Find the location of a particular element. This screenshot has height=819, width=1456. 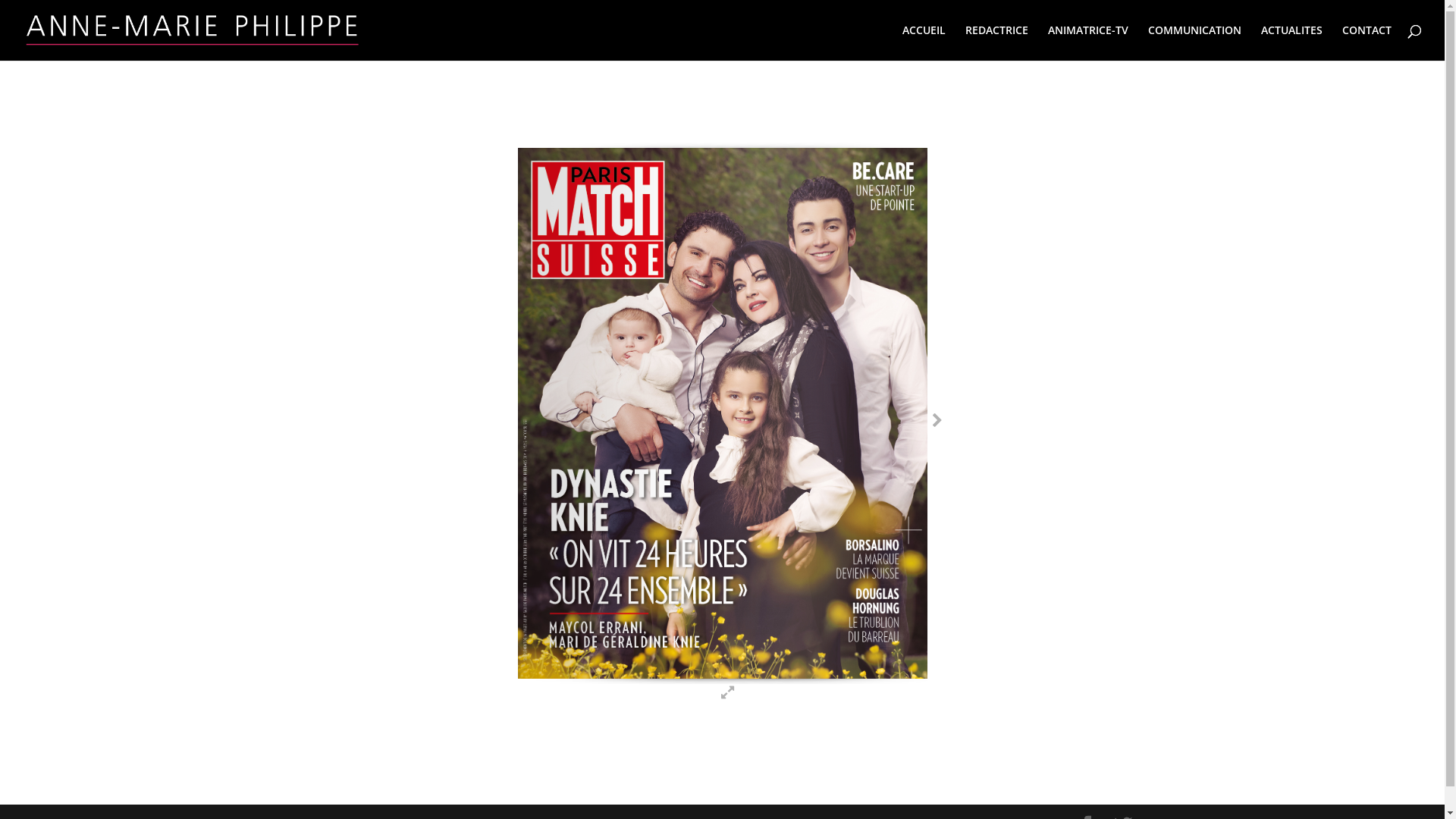

'CONTACT' is located at coordinates (1342, 42).